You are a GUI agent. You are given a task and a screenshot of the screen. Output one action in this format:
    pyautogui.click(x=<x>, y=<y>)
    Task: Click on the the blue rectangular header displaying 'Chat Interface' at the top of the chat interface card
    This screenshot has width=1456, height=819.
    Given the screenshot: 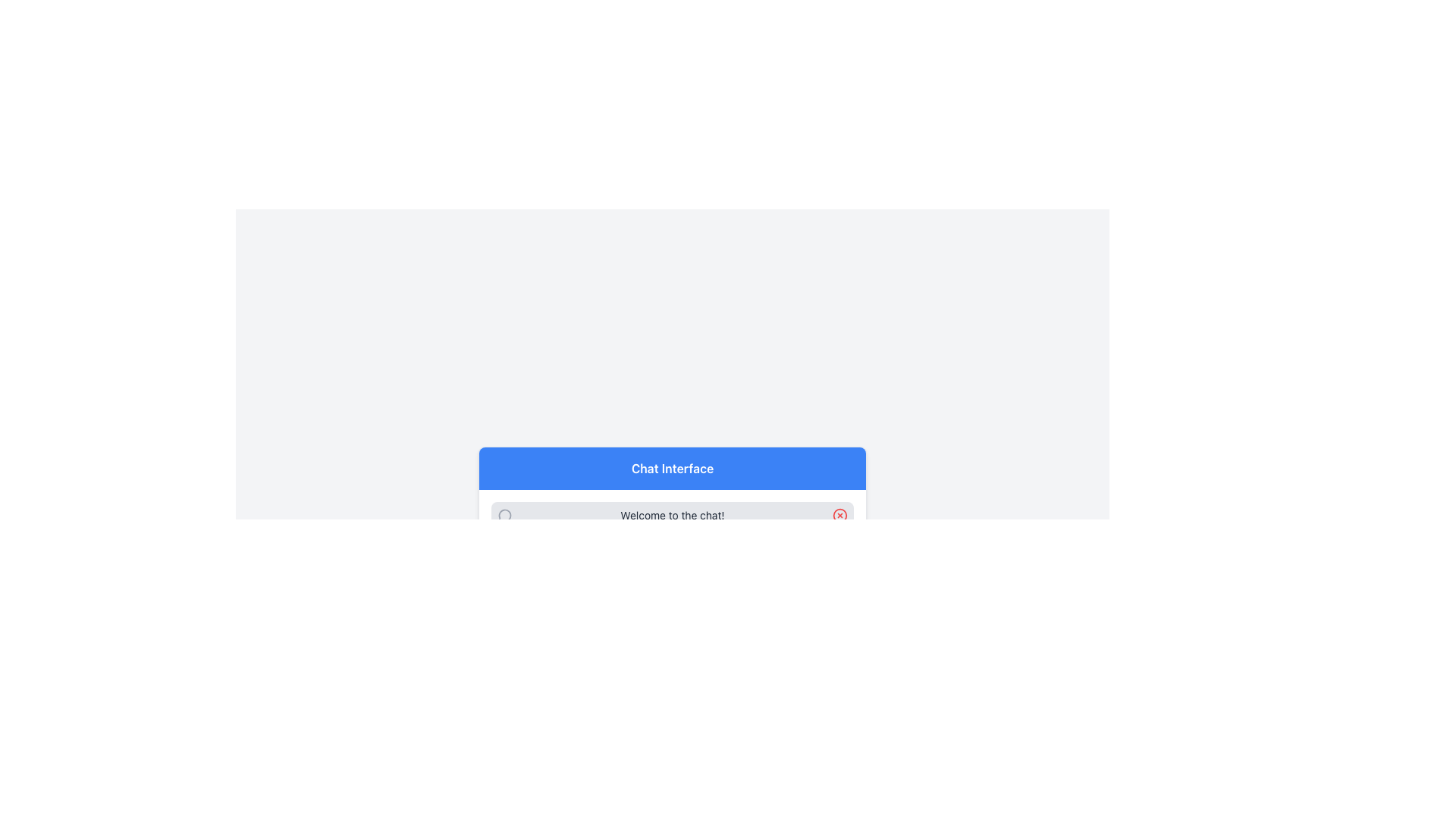 What is the action you would take?
    pyautogui.click(x=672, y=467)
    